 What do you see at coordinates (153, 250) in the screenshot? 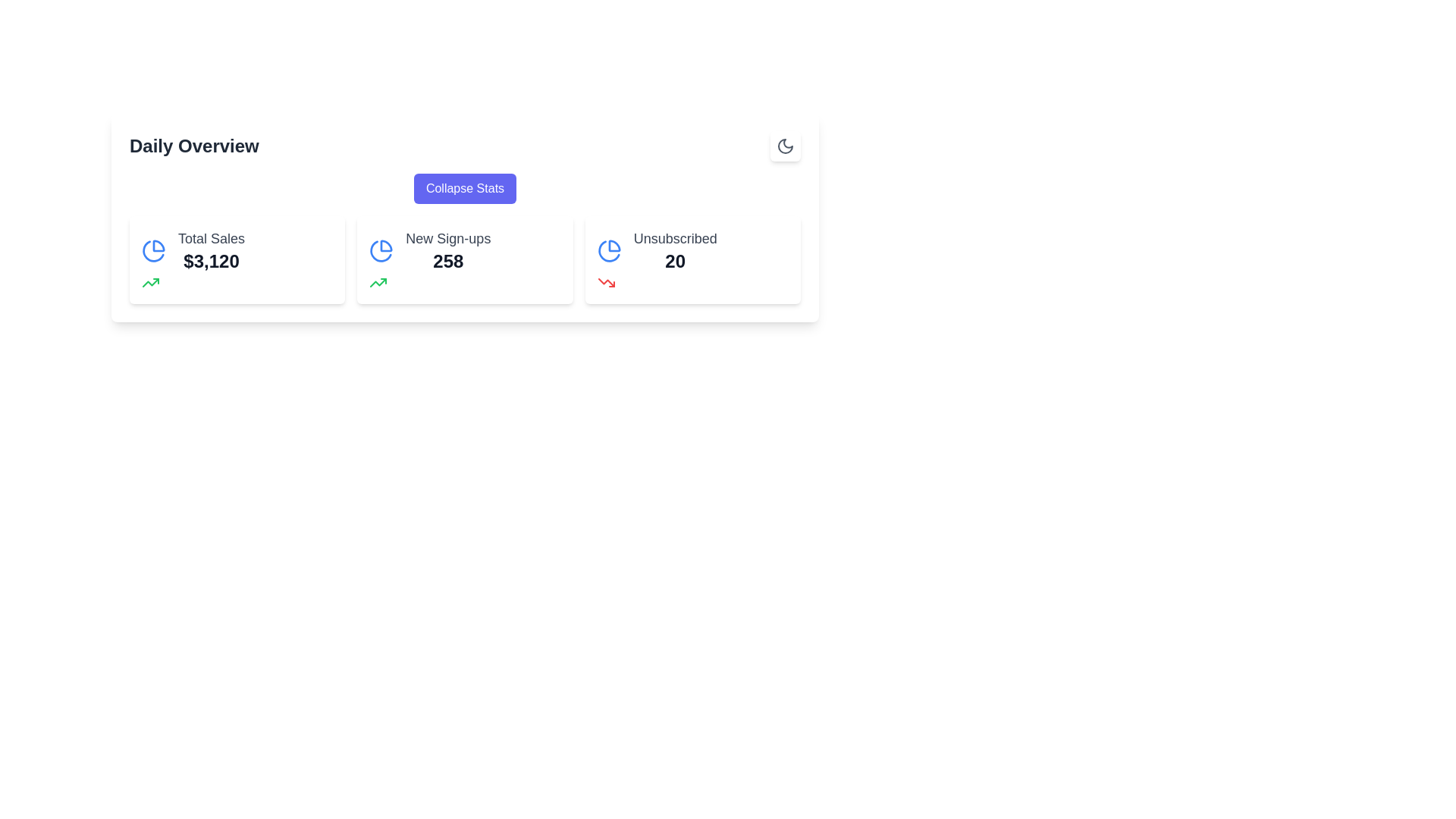
I see `the pie chart icon representing the 'Total Sales' metric in the Daily Overview interface, which is positioned to the left of the text 'Total Sales $3,120'` at bounding box center [153, 250].